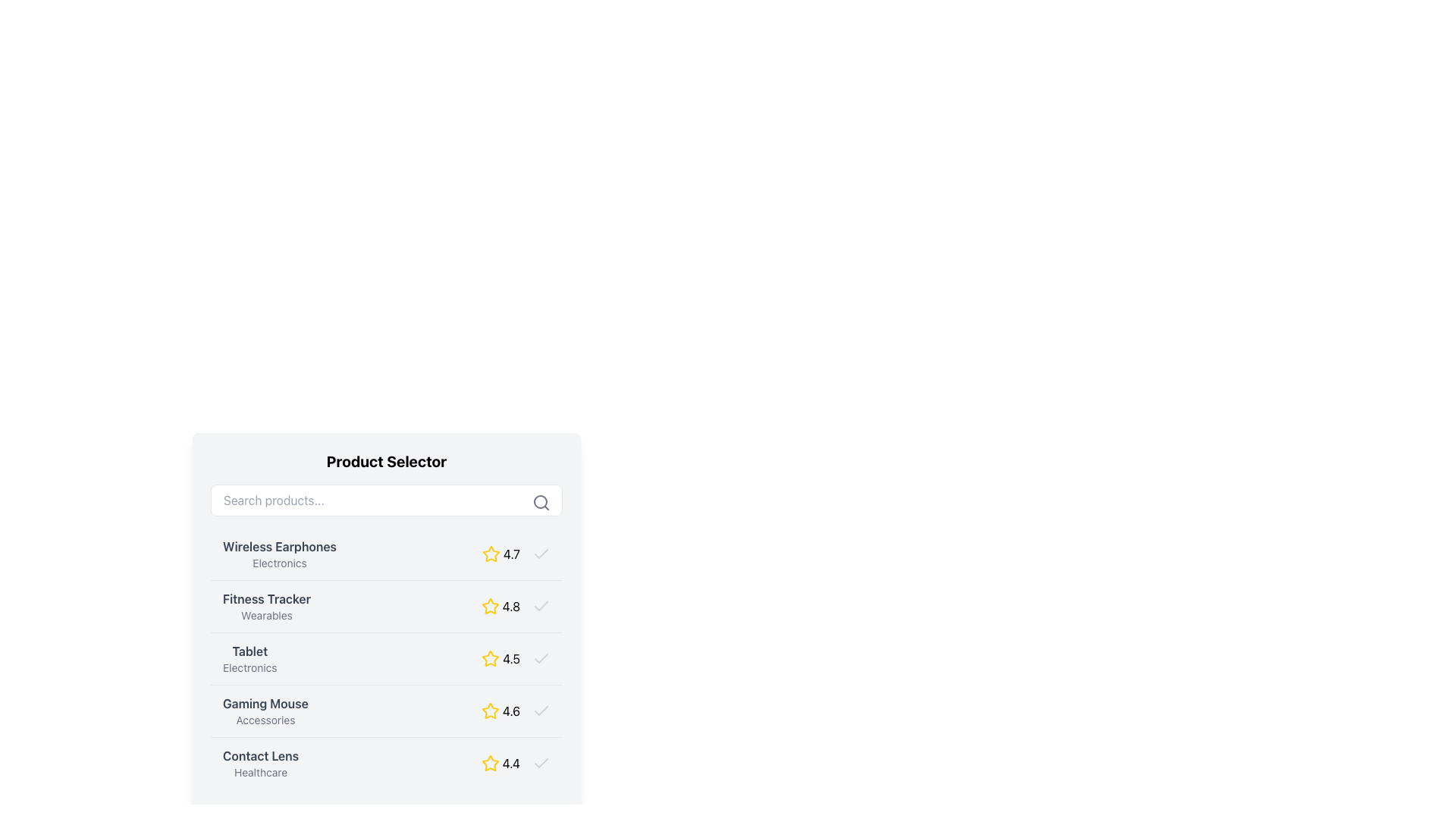 The image size is (1456, 819). Describe the element at coordinates (265, 704) in the screenshot. I see `text displayed in the text label for the product 'Gaming Mouse', which is the primary label of the fourth list item in the product selector interface` at that location.